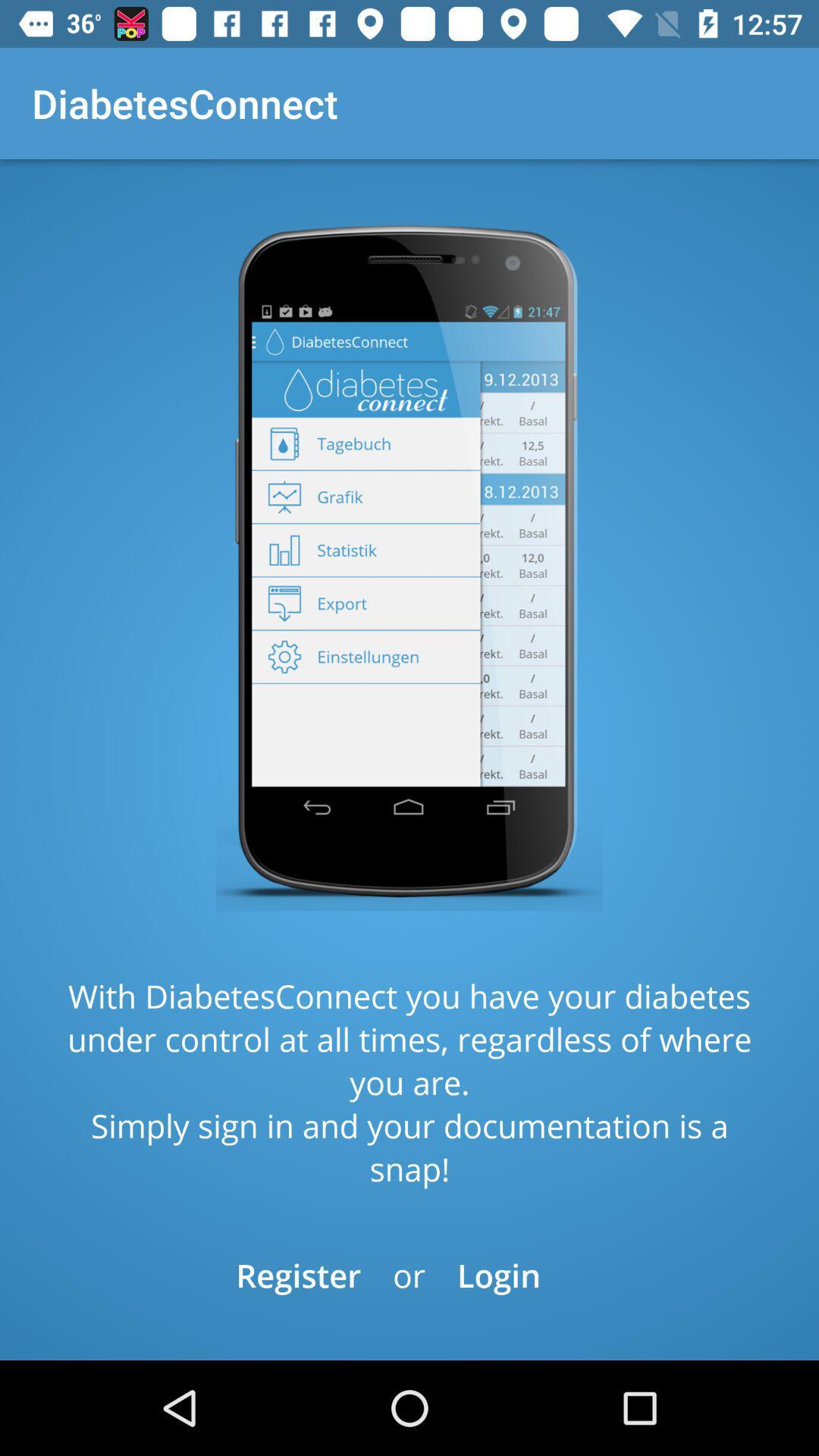 Image resolution: width=819 pixels, height=1456 pixels. Describe the element at coordinates (499, 1274) in the screenshot. I see `item to the right of or item` at that location.